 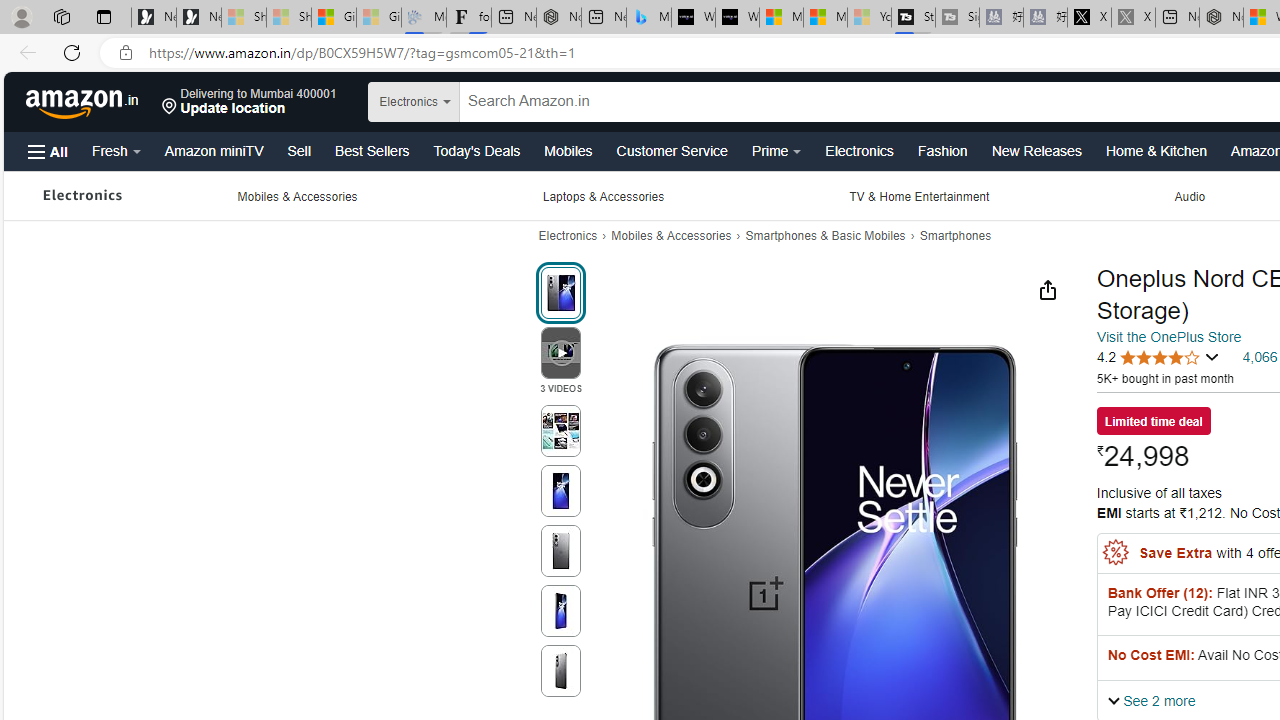 I want to click on '4.2 4.2 out of 5 stars', so click(x=1158, y=356).